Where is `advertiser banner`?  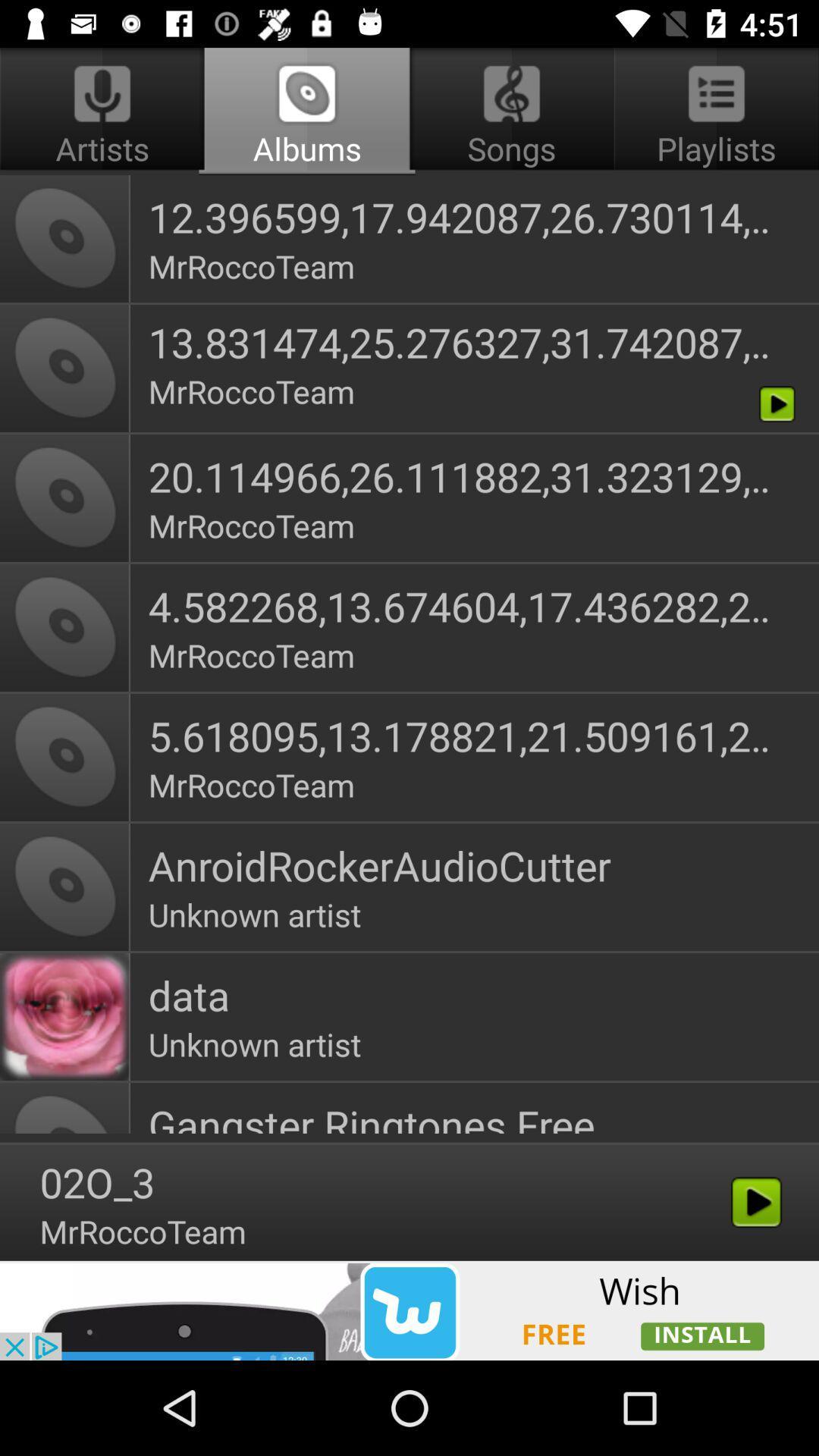
advertiser banner is located at coordinates (409, 1310).